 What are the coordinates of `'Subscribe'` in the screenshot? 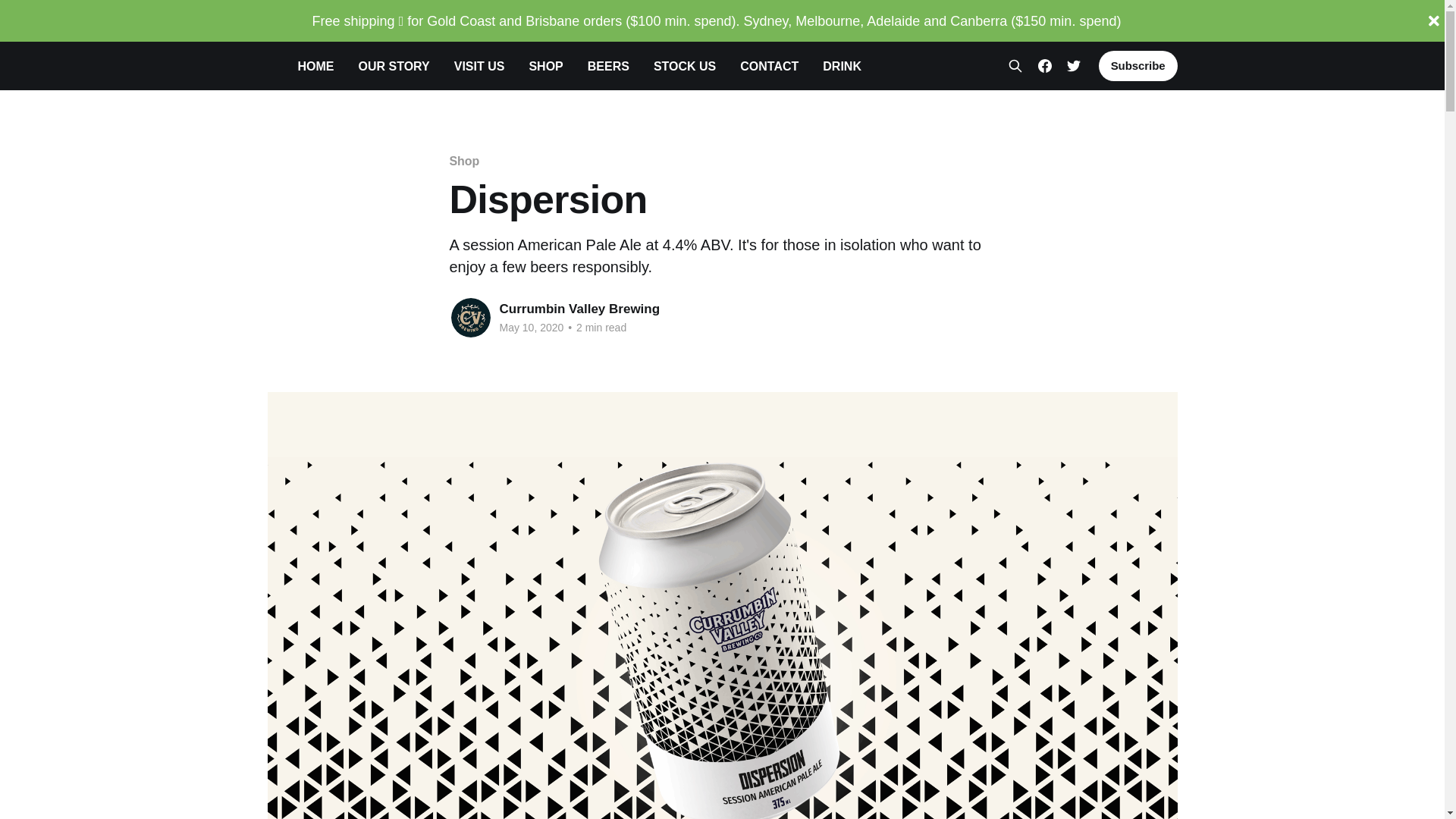 It's located at (1099, 65).